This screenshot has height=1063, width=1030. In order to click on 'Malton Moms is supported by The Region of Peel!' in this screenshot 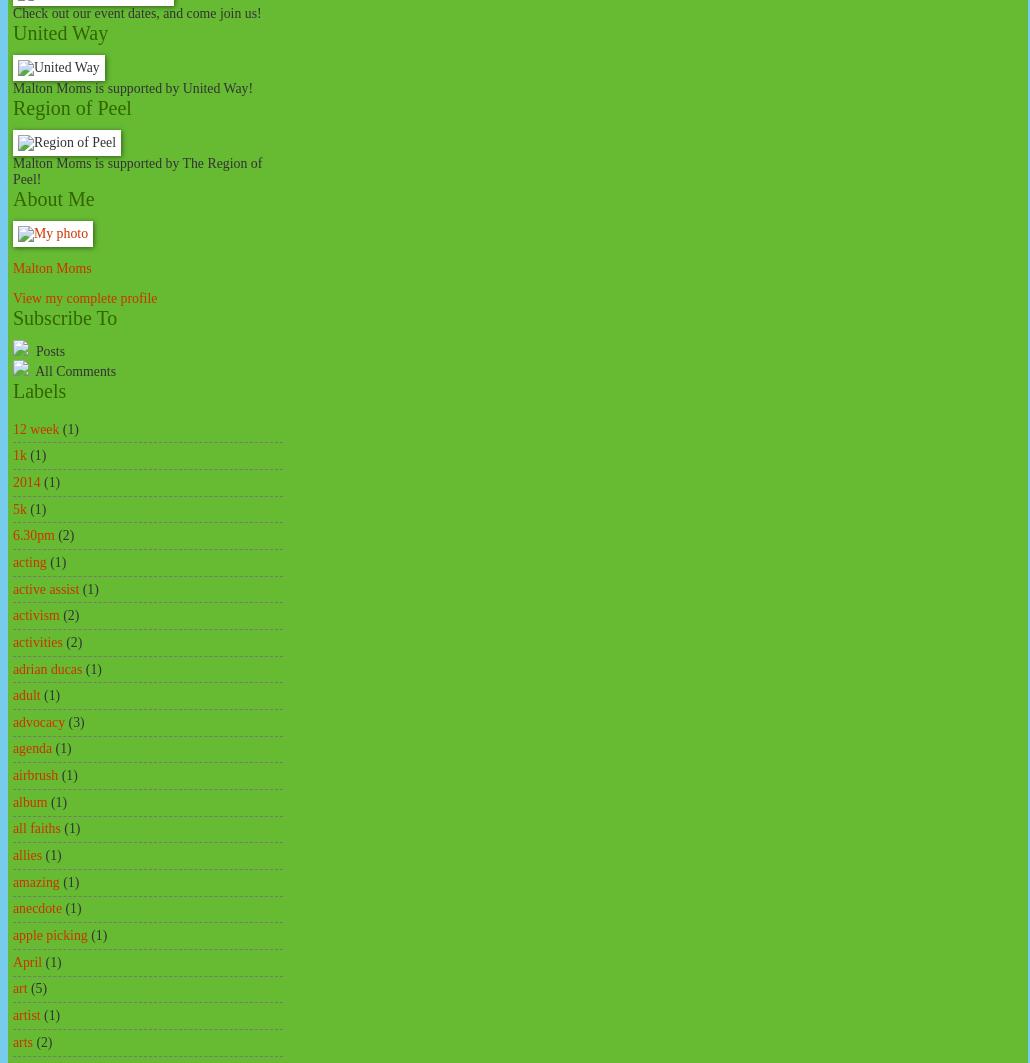, I will do `click(136, 171)`.